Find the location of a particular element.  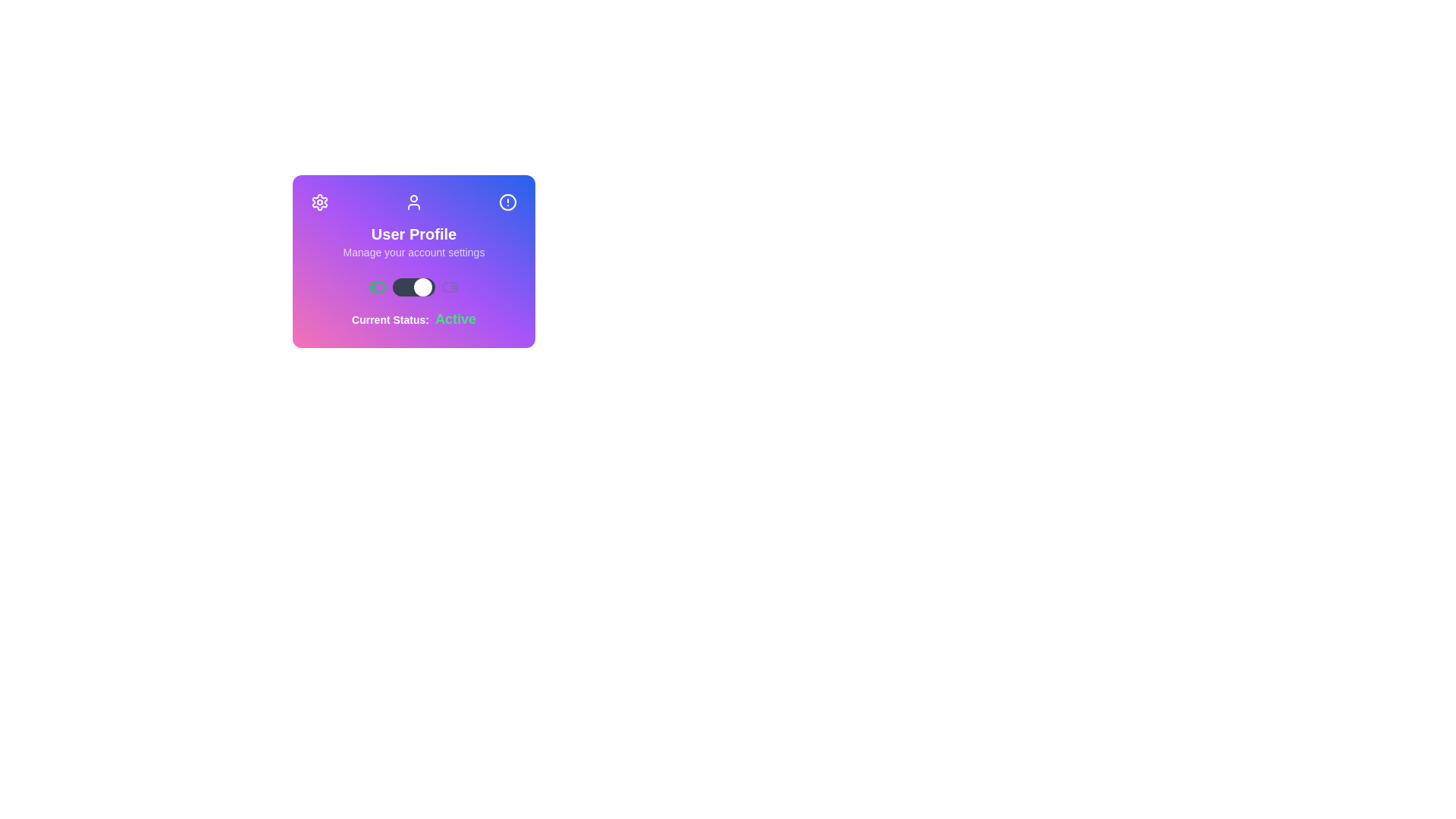

the text label displaying 'Current Status:' located in the bottom-left part of the 'User Profile' card is located at coordinates (390, 318).